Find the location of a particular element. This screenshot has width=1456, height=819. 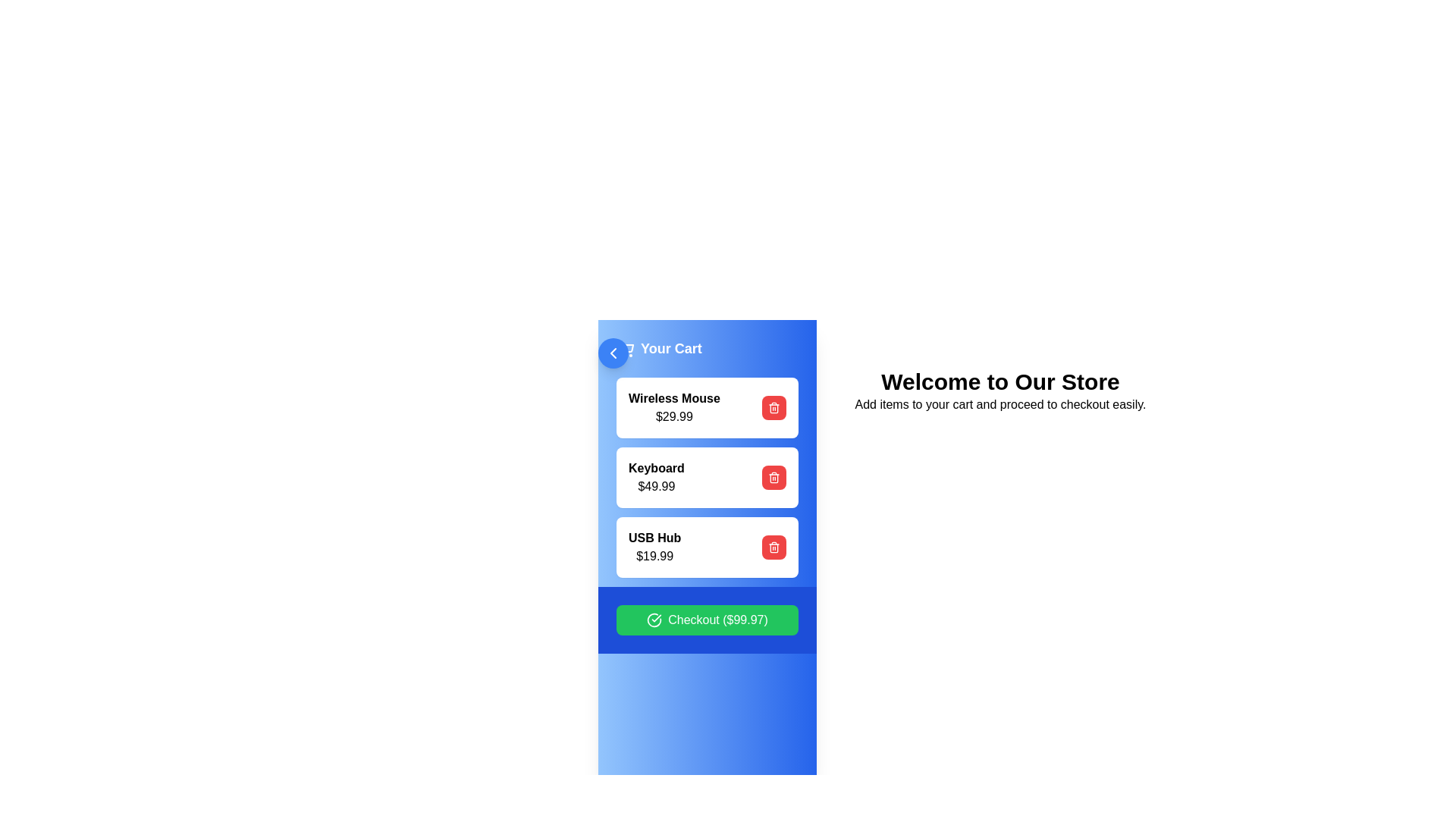

the delete button for the 'USB Hub' item in the shopping cart is located at coordinates (774, 547).